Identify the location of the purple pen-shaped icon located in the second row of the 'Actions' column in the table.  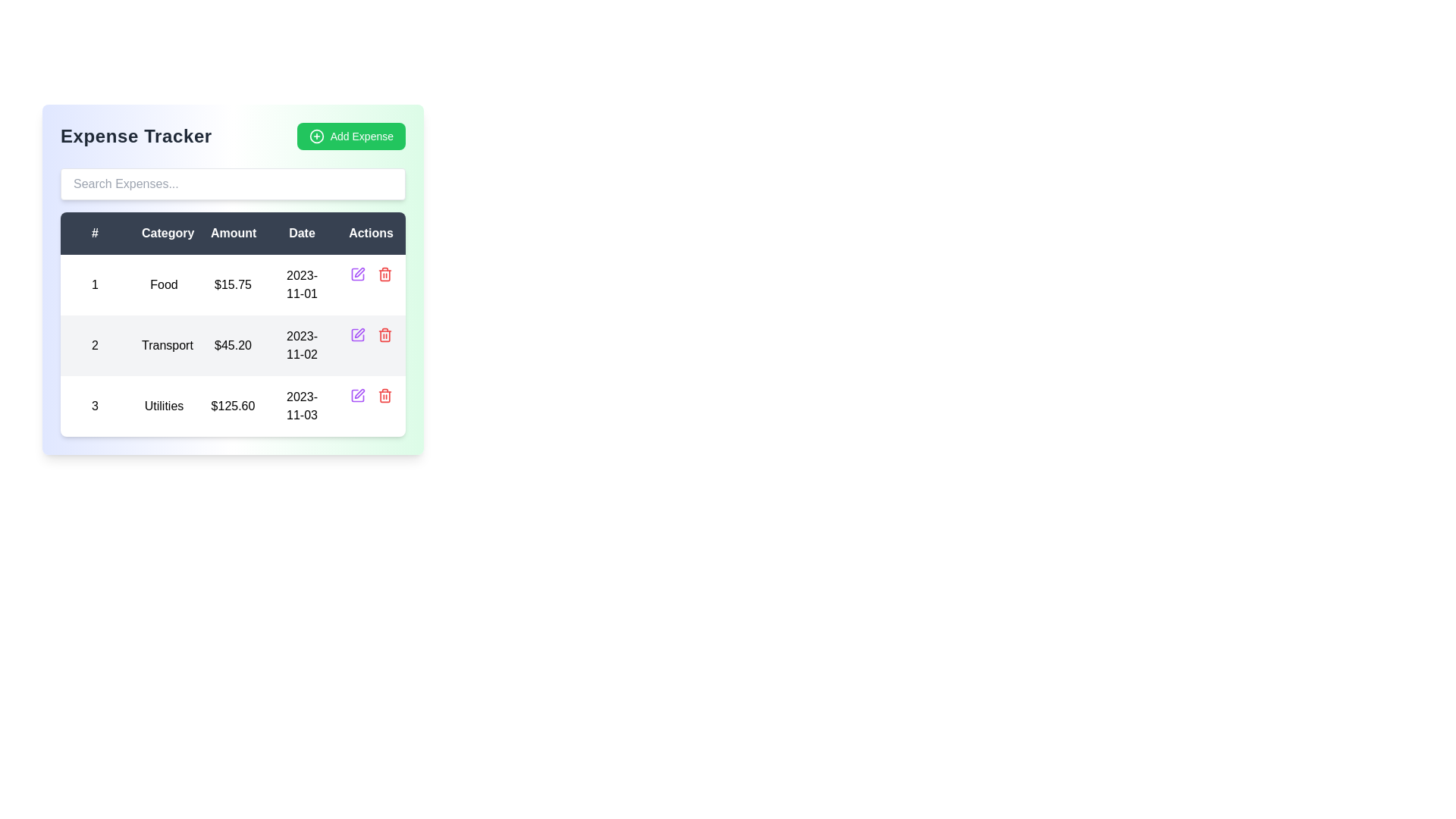
(356, 275).